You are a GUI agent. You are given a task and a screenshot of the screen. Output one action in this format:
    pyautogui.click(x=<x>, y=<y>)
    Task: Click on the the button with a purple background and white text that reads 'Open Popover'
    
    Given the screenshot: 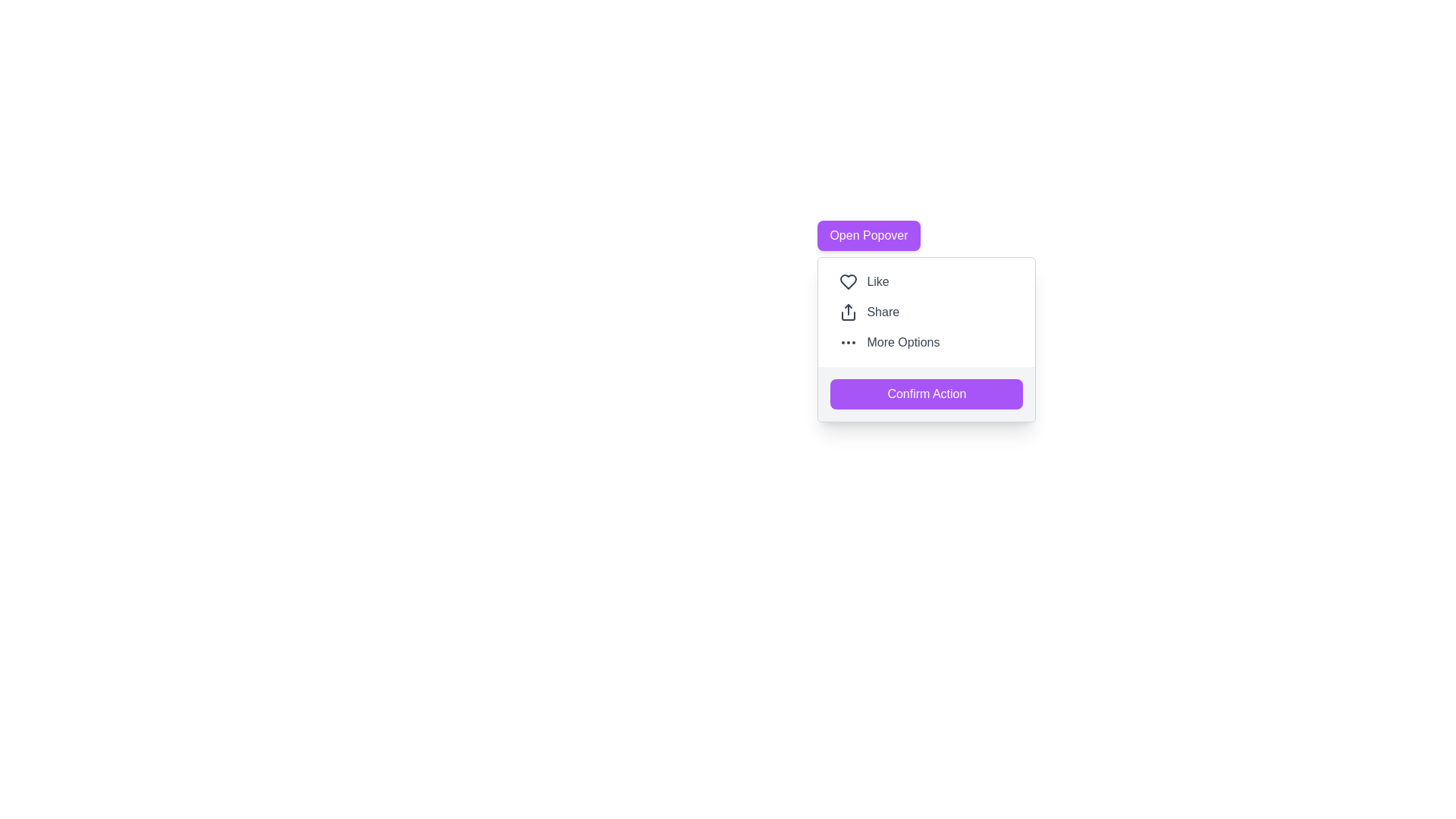 What is the action you would take?
    pyautogui.click(x=869, y=236)
    